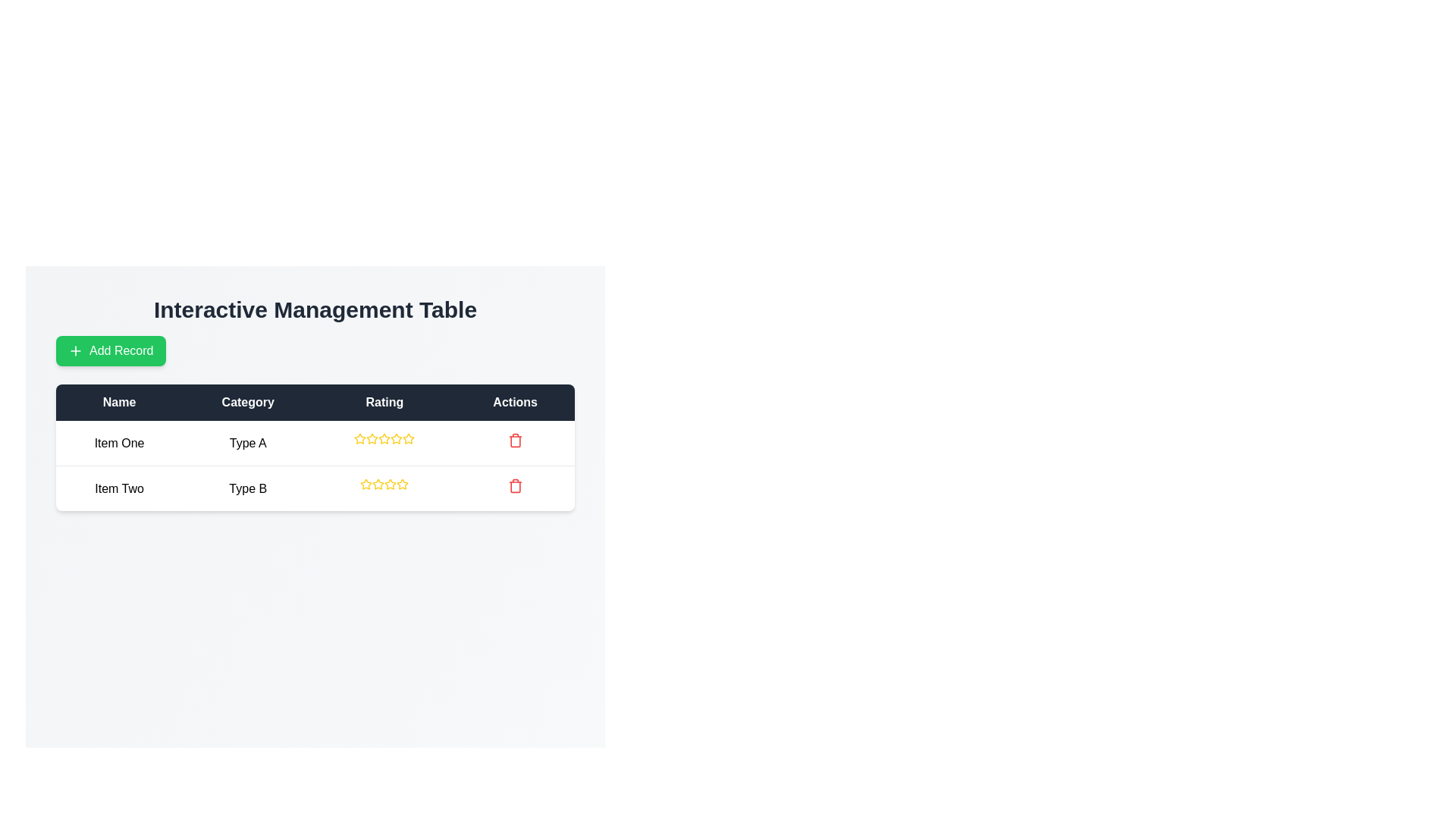 Image resolution: width=1456 pixels, height=819 pixels. I want to click on the first star icon representing the rating for 'Item One' in the management table, so click(372, 438).